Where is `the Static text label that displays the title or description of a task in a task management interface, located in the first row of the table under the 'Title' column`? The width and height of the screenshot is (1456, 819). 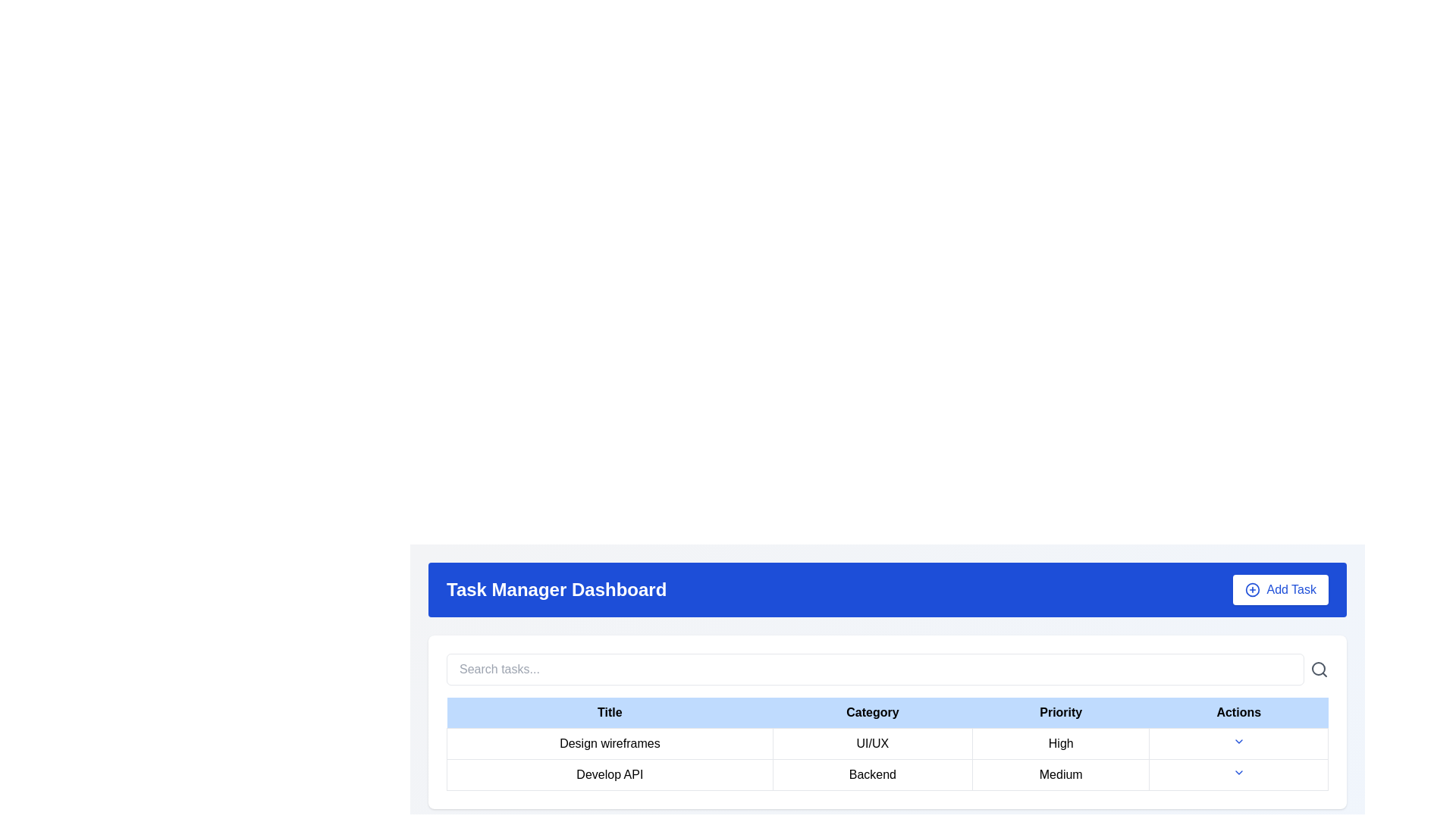
the Static text label that displays the title or description of a task in a task management interface, located in the first row of the table under the 'Title' column is located at coordinates (610, 742).